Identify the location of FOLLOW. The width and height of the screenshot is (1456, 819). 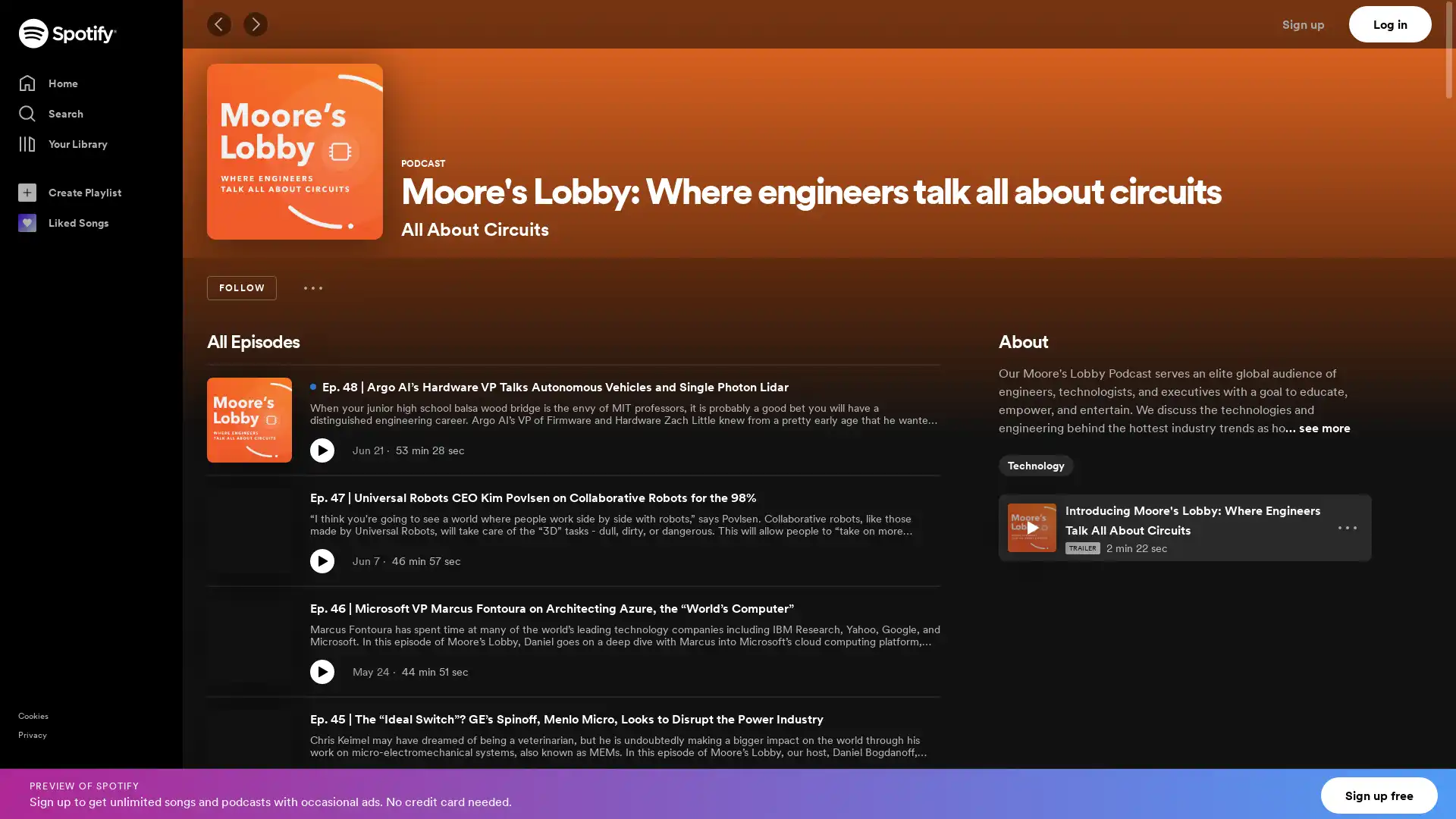
(240, 288).